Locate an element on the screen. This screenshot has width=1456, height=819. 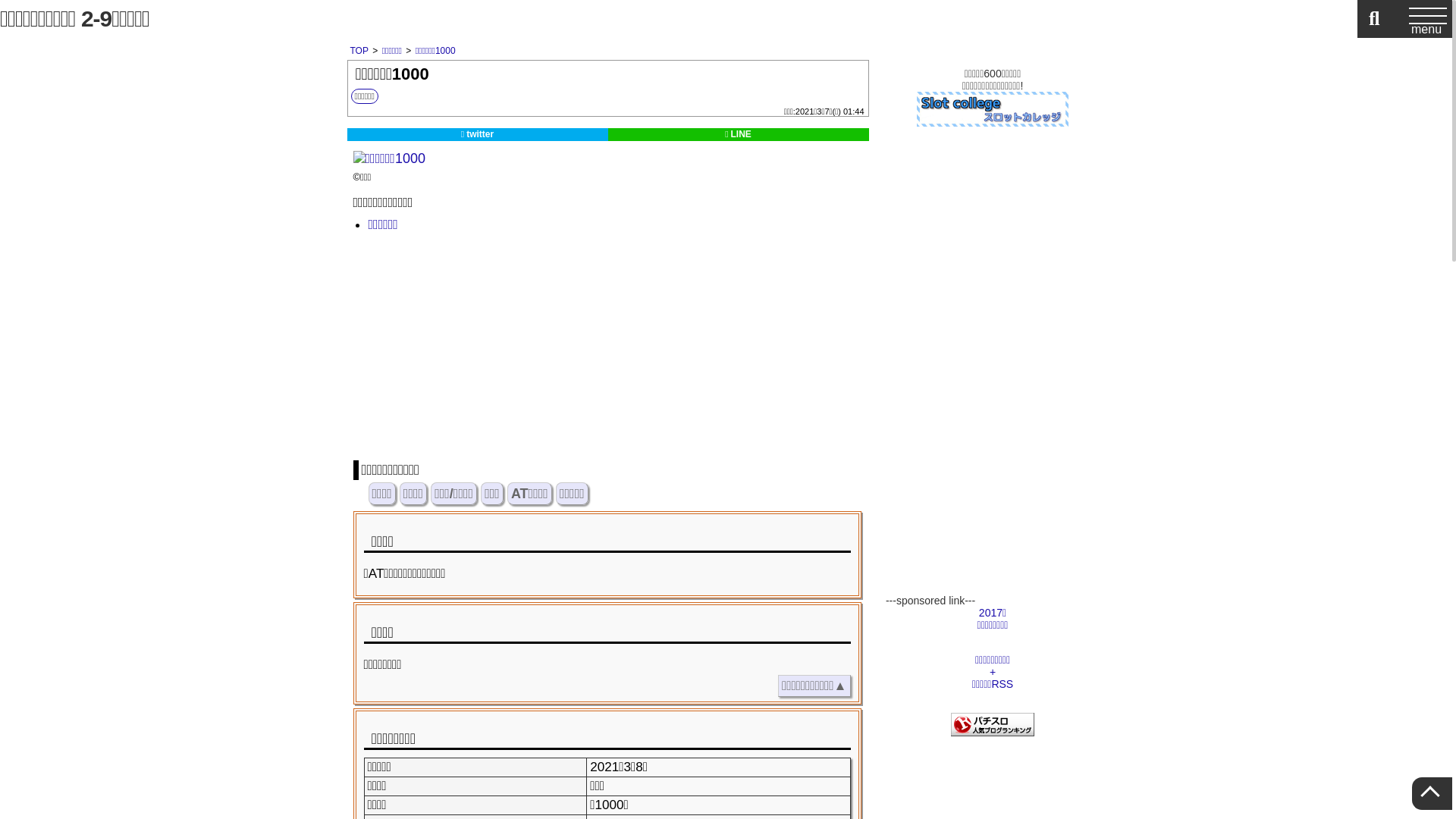
'LINE' is located at coordinates (739, 133).